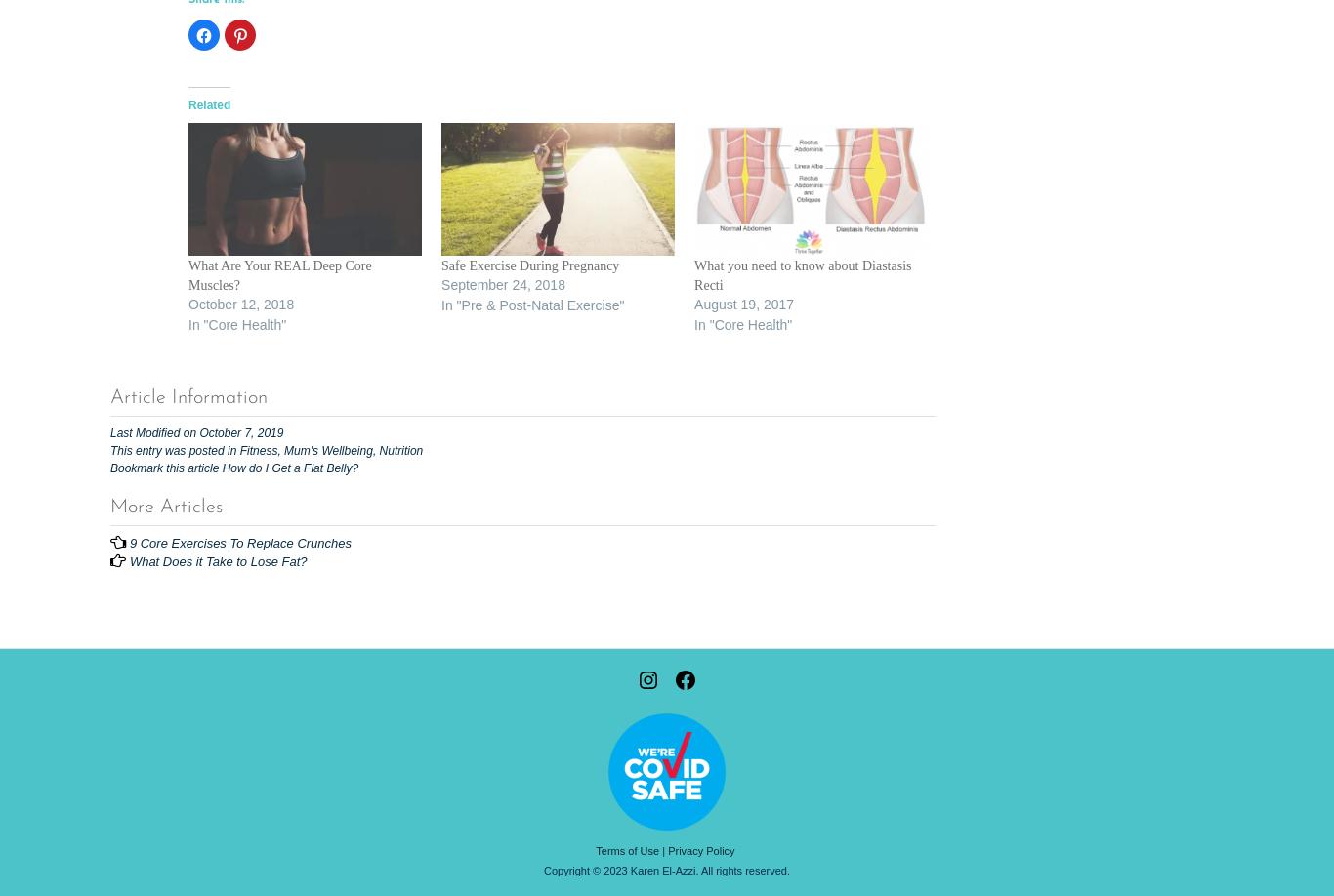  I want to click on 'More Articles', so click(165, 507).